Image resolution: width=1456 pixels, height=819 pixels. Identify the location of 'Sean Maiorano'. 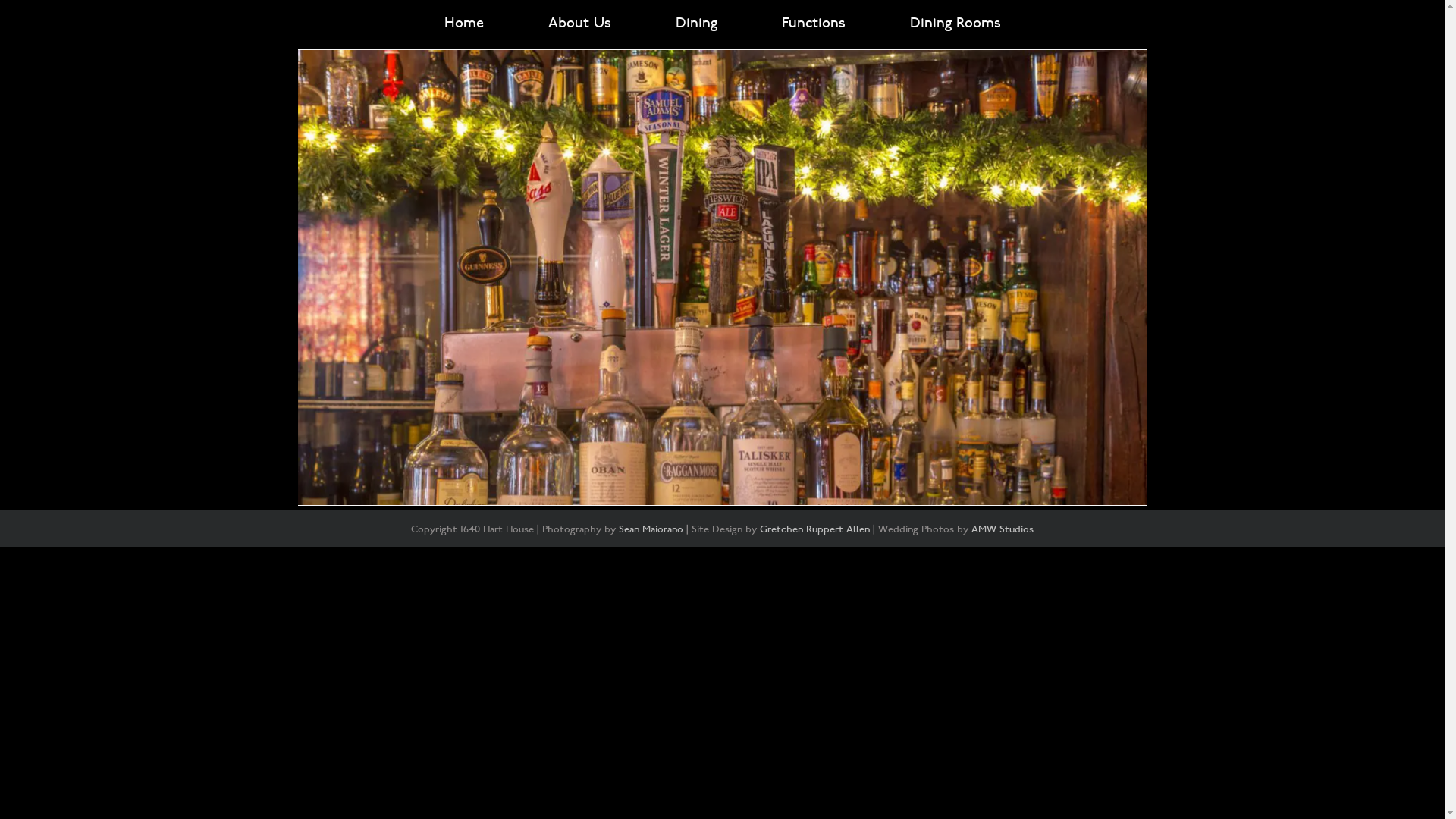
(651, 529).